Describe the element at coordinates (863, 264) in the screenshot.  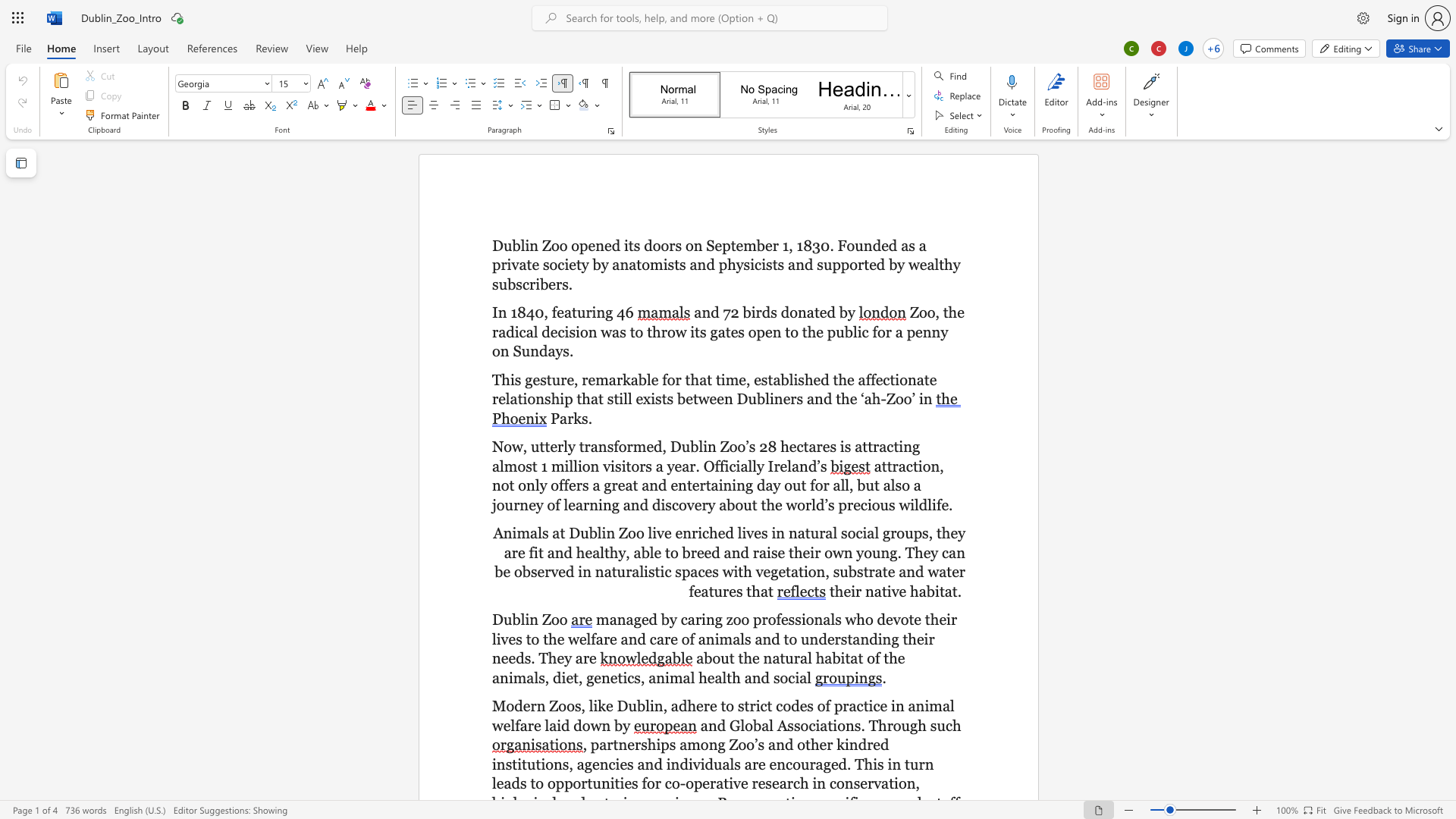
I see `the space between the continuous character "r" and "t" in the text` at that location.